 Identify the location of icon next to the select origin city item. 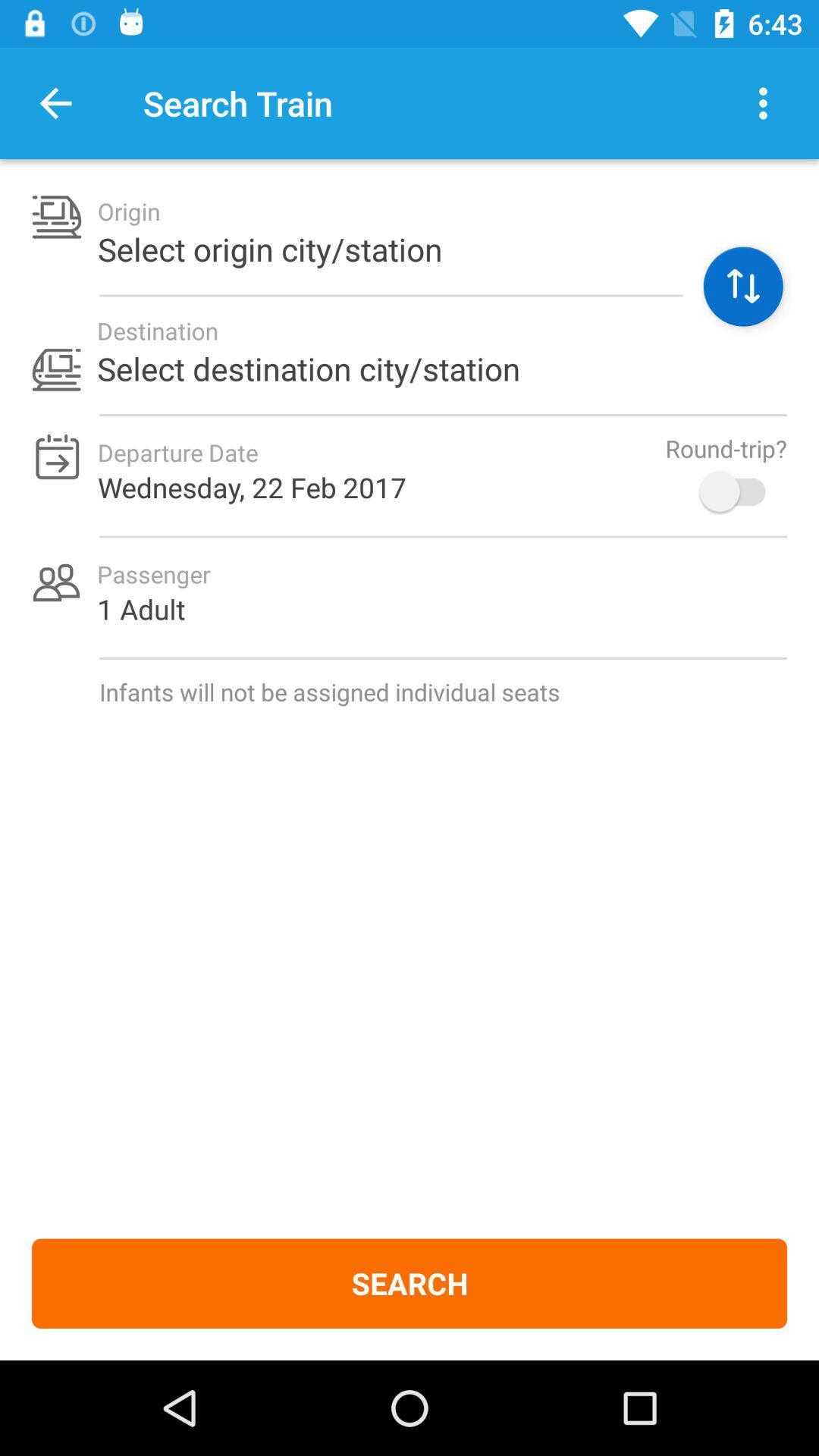
(742, 287).